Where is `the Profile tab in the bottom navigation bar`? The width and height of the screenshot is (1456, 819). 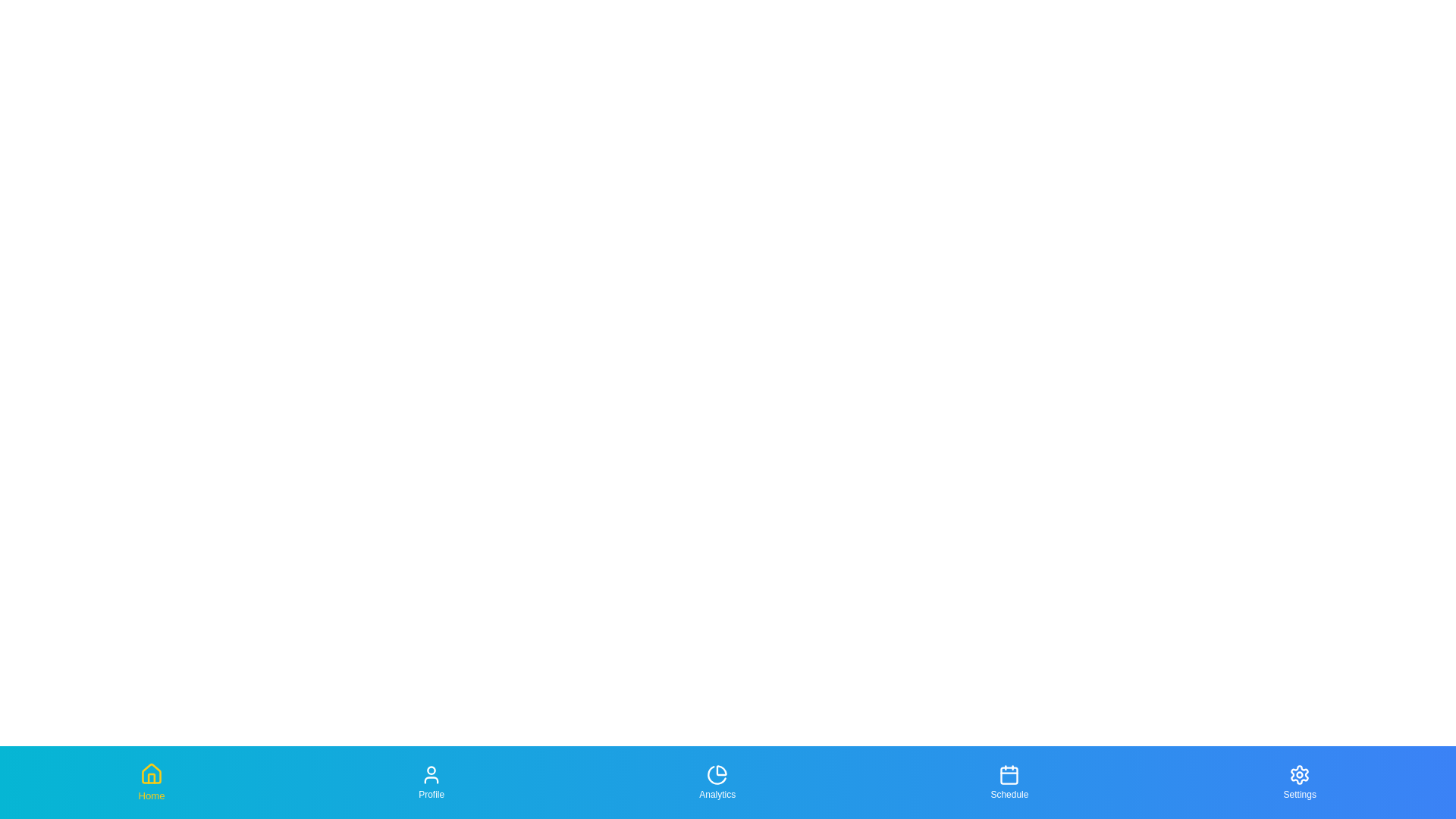 the Profile tab in the bottom navigation bar is located at coordinates (431, 783).